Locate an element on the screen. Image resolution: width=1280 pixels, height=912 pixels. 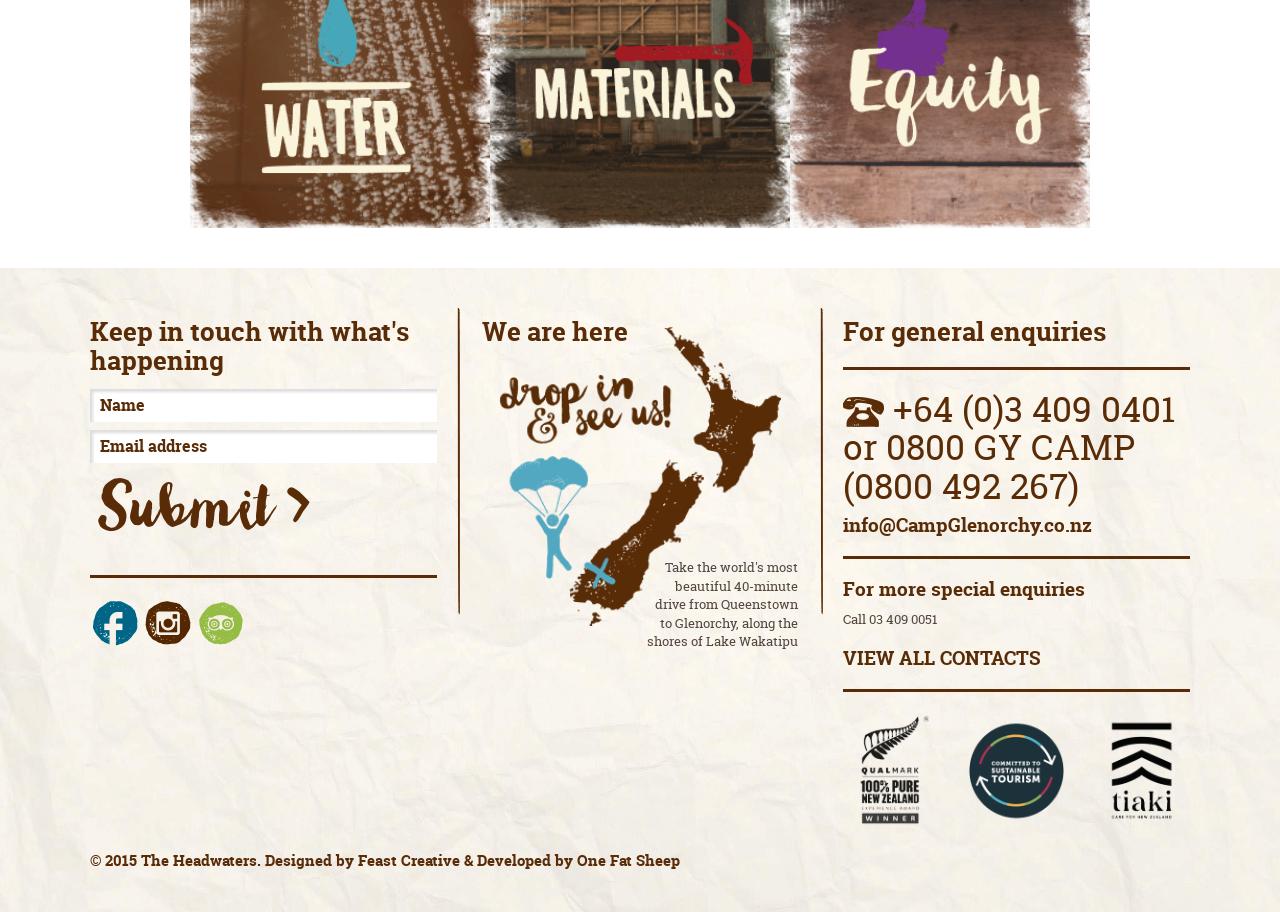
'© 2015 The Headwaters. Designed by' is located at coordinates (88, 860).